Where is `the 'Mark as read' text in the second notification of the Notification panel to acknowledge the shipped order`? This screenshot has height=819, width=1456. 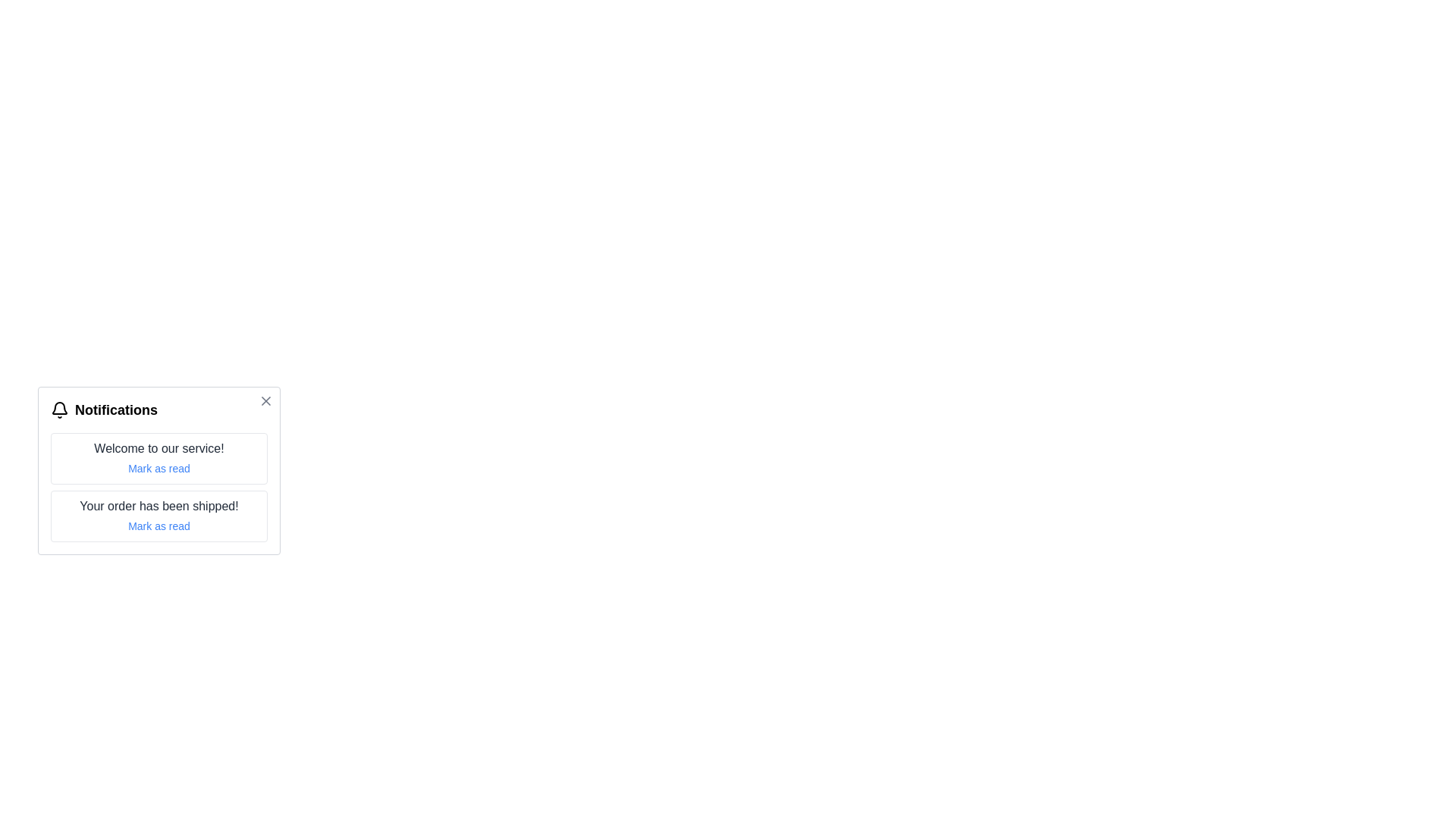
the 'Mark as read' text in the second notification of the Notification panel to acknowledge the shipped order is located at coordinates (159, 516).